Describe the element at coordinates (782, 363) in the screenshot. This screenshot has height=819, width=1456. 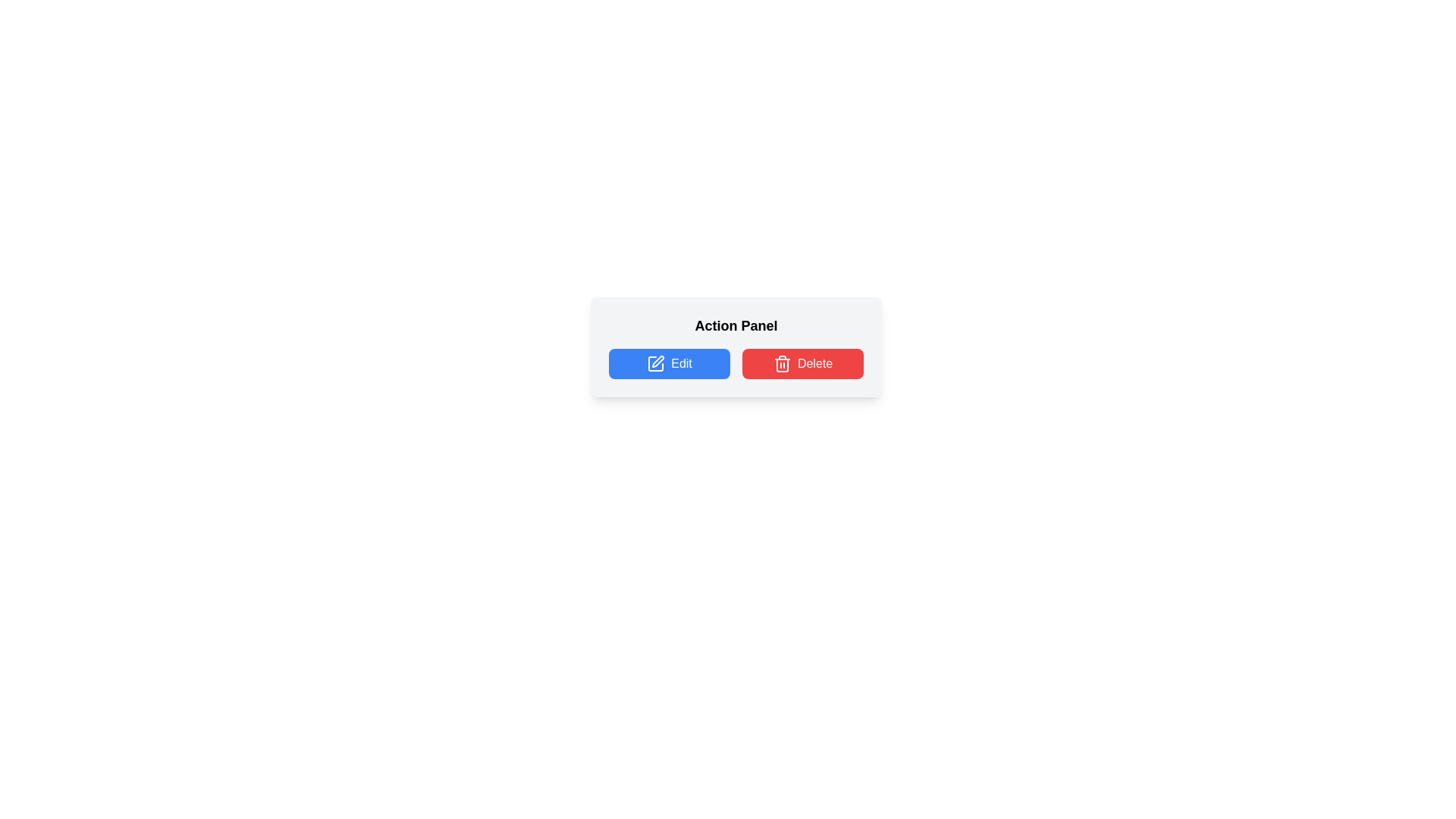
I see `the trash can icon with a red background located within the 'Delete' button on the right side of the button group under the 'Action Panel'` at that location.